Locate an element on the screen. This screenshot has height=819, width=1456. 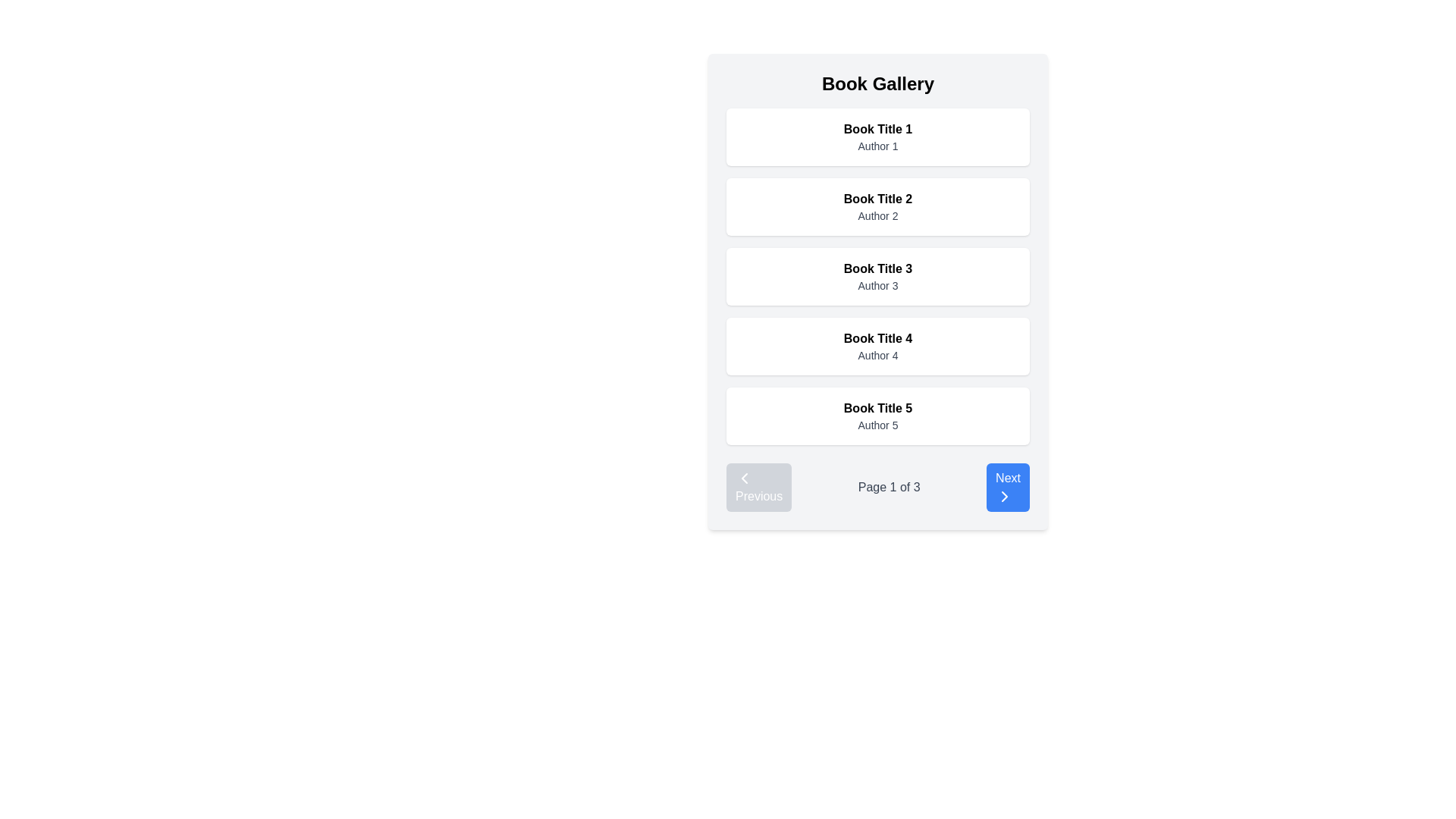
the text label displaying 'Book Title 5', which is part of the fifth card in a vertical list, centrally aligned and above 'Author 5' is located at coordinates (877, 408).